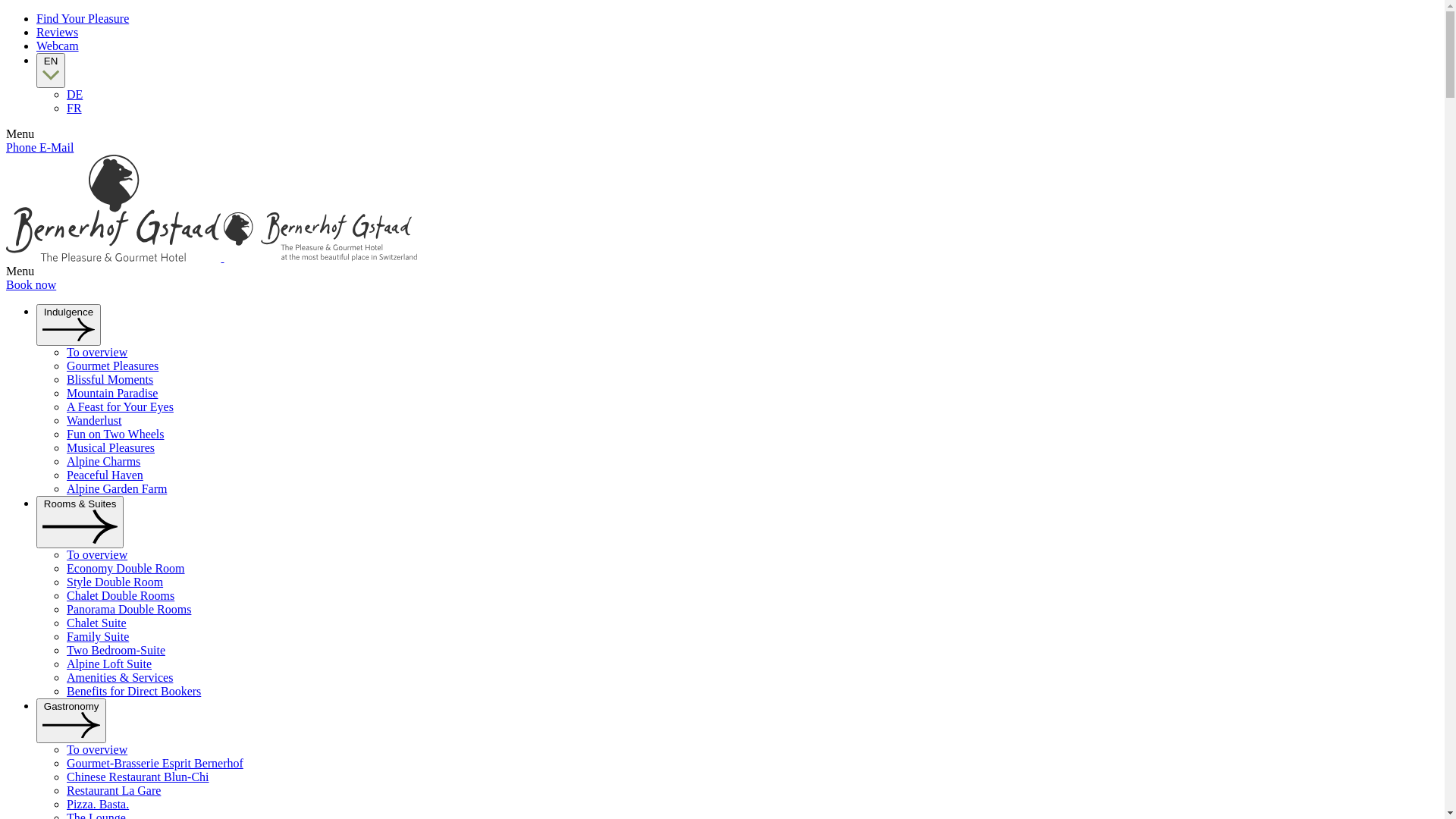  What do you see at coordinates (65, 366) in the screenshot?
I see `'Gourmet Pleasures'` at bounding box center [65, 366].